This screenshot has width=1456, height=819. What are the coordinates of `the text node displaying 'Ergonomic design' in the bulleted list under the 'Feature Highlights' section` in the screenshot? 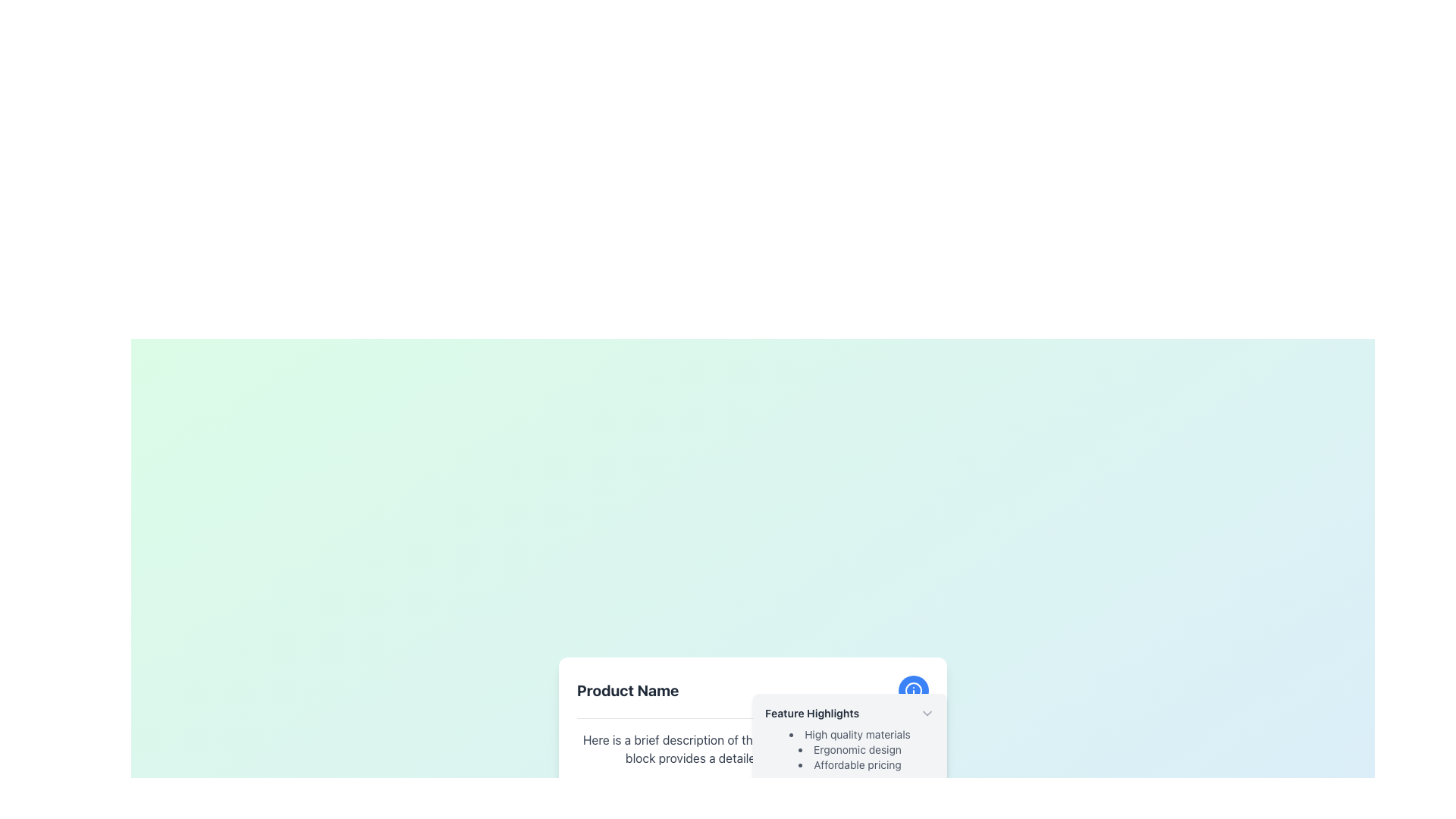 It's located at (850, 748).